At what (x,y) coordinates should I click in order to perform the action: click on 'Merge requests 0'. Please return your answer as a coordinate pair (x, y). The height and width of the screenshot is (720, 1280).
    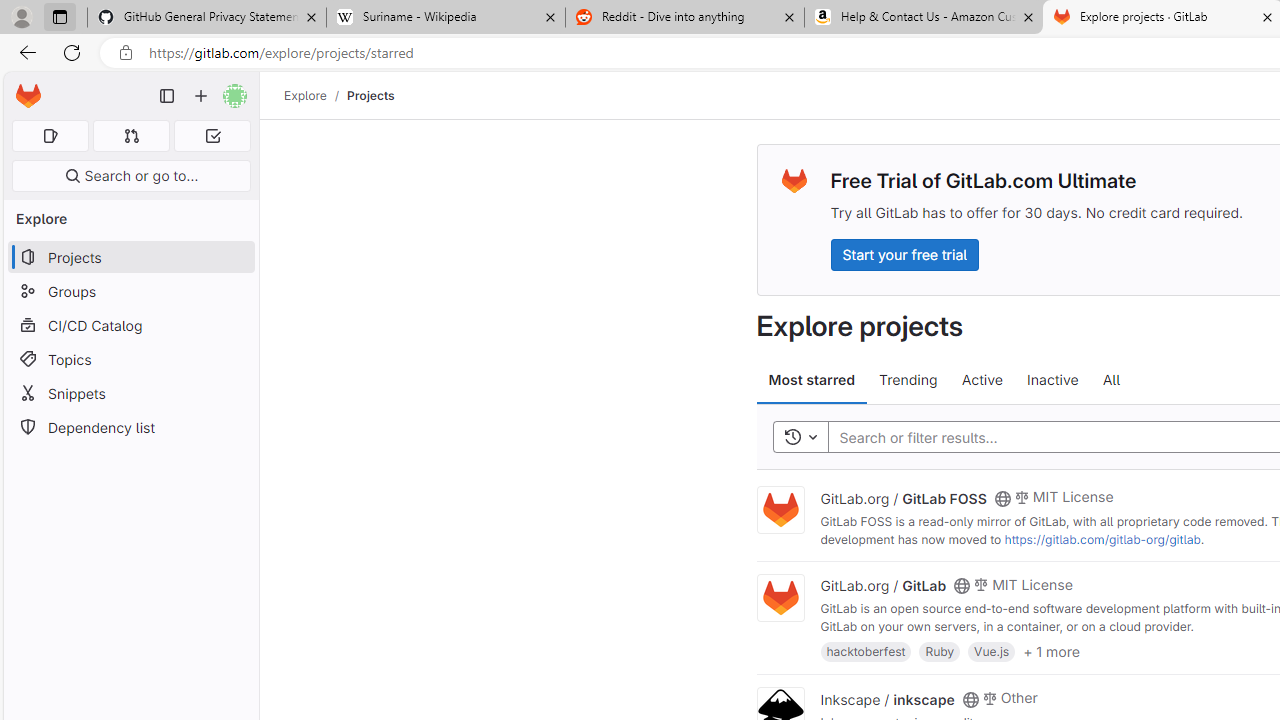
    Looking at the image, I should click on (130, 135).